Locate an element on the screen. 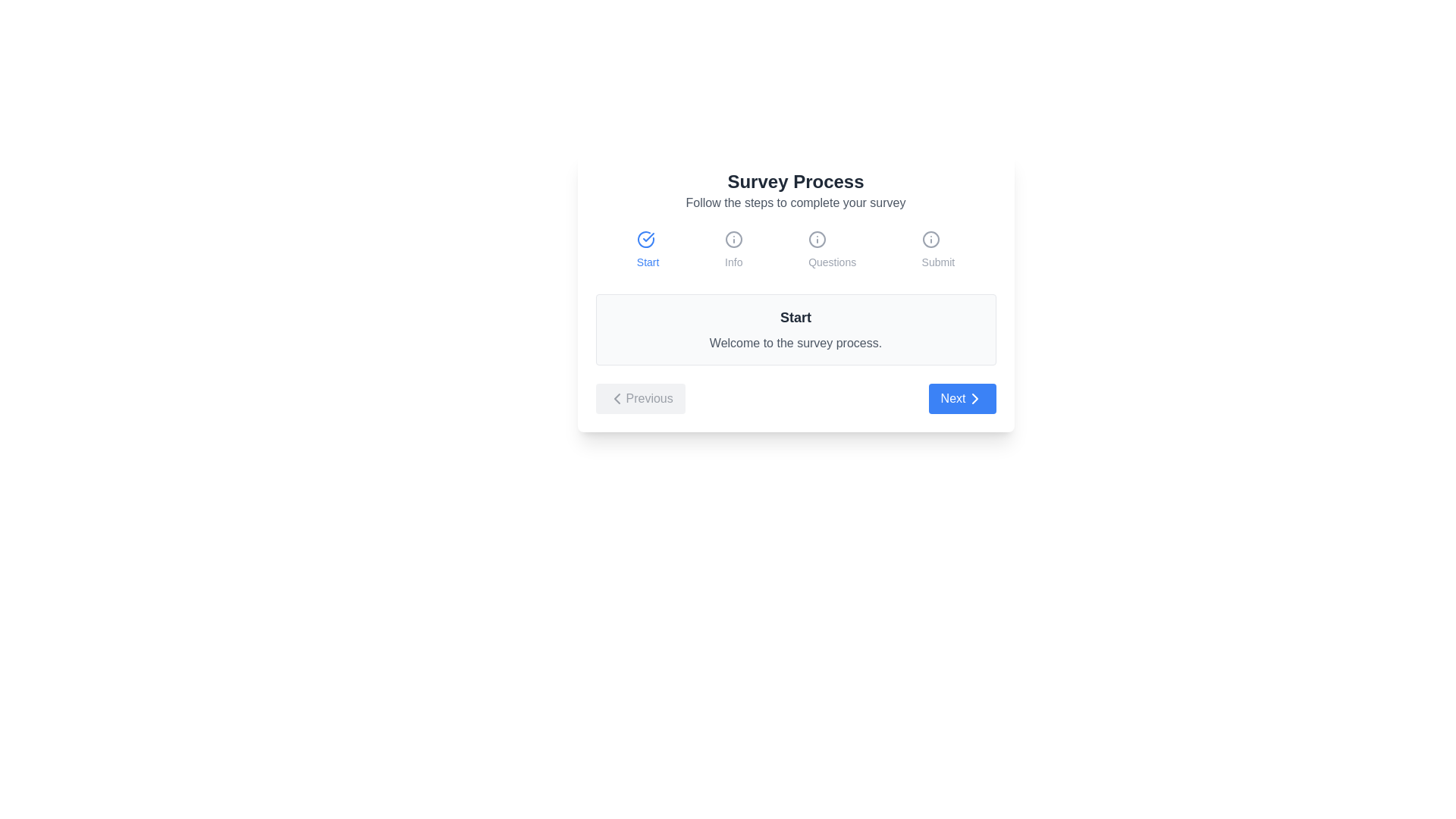 This screenshot has height=819, width=1456. the 'Questions' text label, which is the third step in the navigation stepper interface, positioned below the circular 'i' icon is located at coordinates (831, 262).